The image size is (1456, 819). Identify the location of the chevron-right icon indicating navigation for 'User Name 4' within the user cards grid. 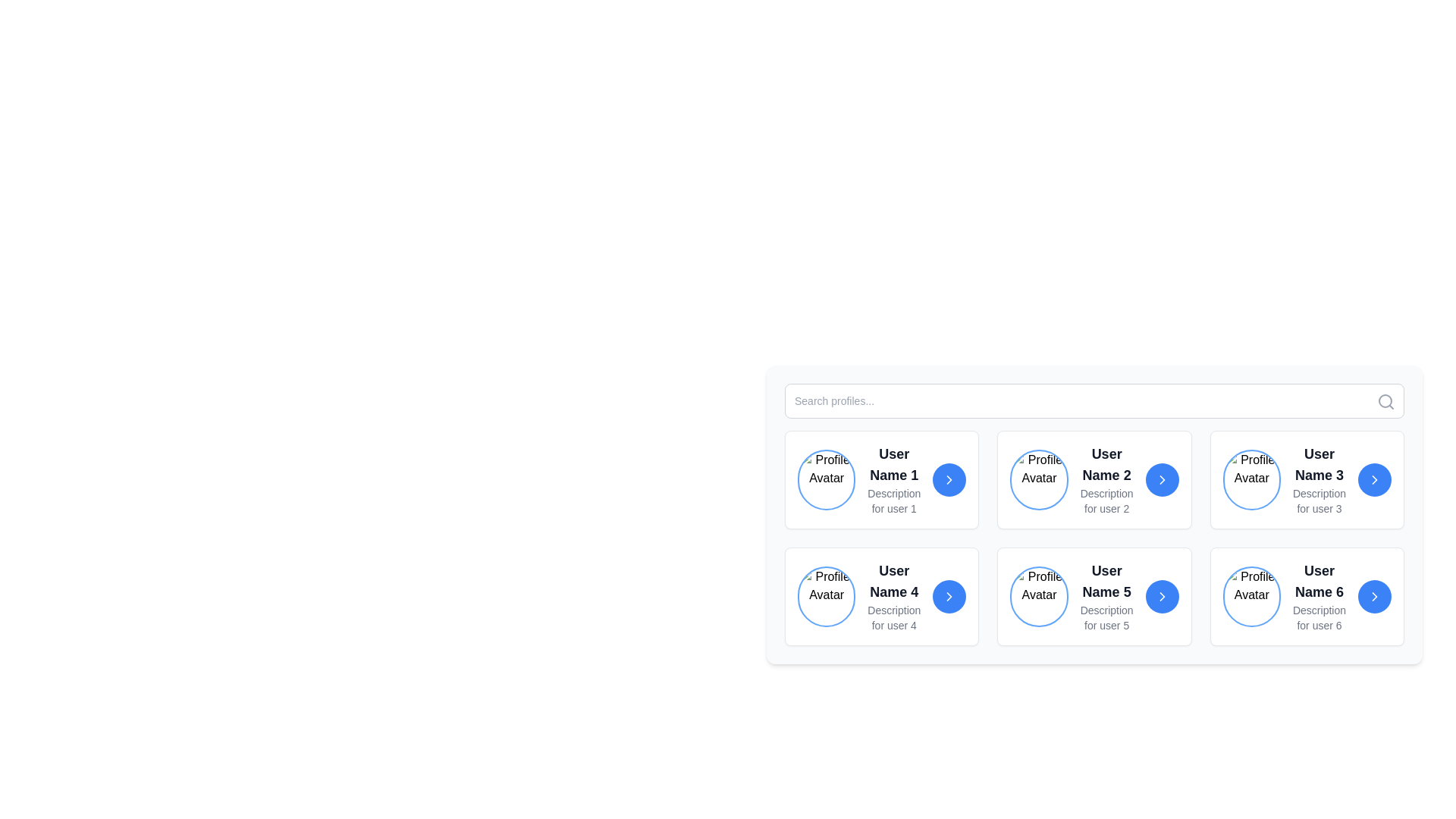
(949, 595).